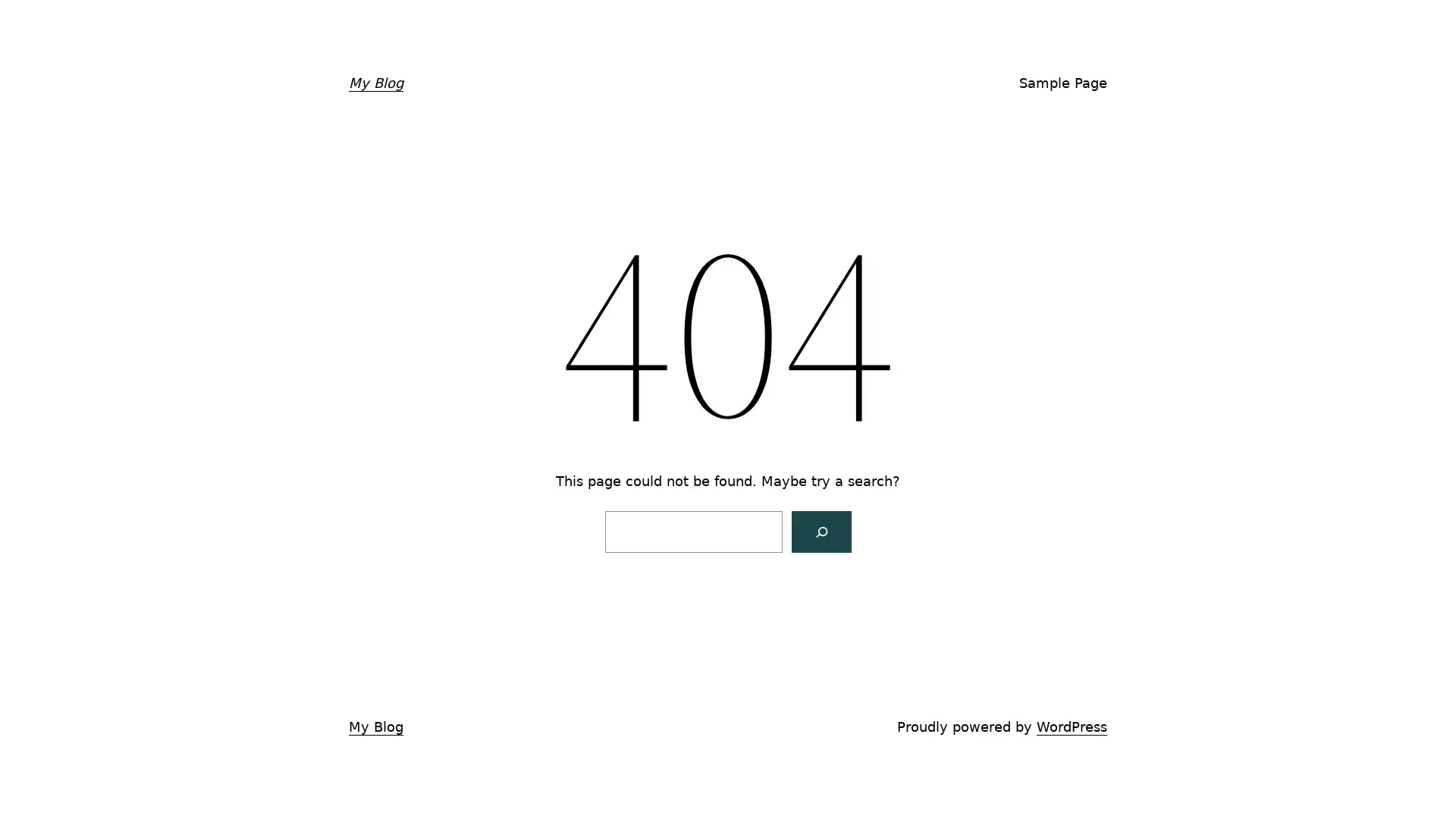 This screenshot has height=819, width=1456. Describe the element at coordinates (820, 530) in the screenshot. I see `Search` at that location.